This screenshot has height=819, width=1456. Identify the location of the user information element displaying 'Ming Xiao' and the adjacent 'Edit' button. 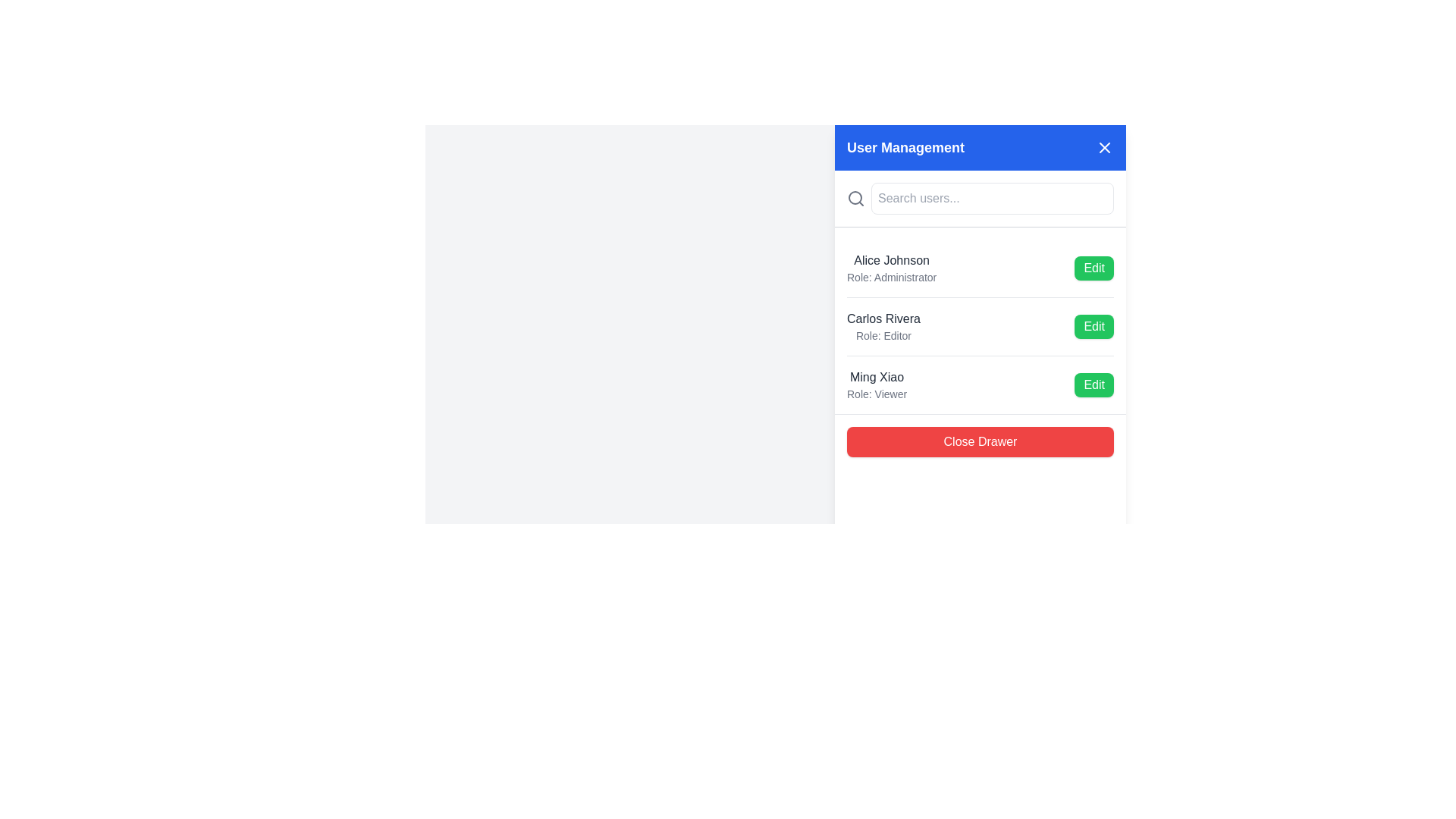
(980, 377).